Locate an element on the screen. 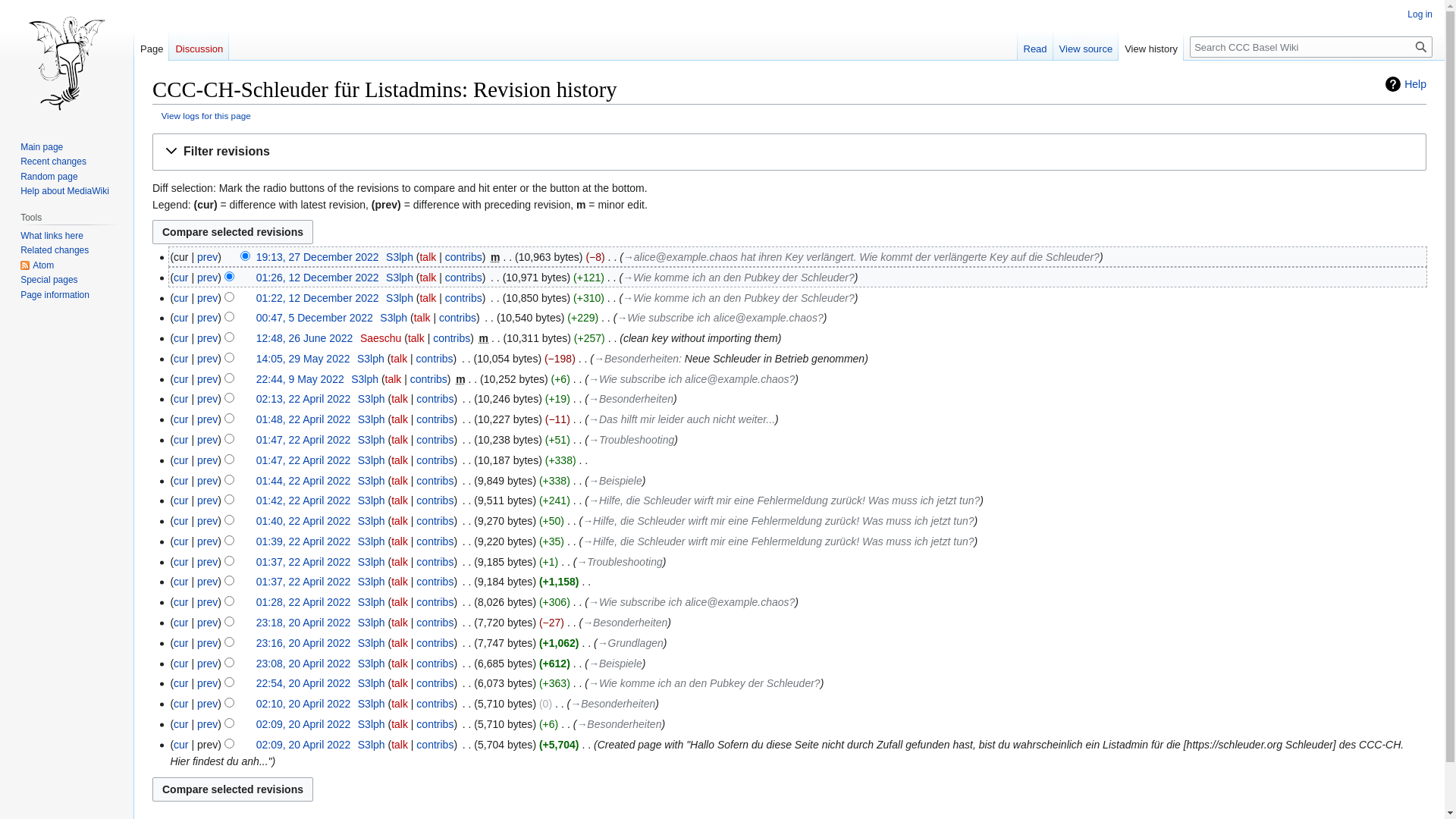 This screenshot has height=819, width=1456. '19:13, 27 December 2022' is located at coordinates (316, 256).